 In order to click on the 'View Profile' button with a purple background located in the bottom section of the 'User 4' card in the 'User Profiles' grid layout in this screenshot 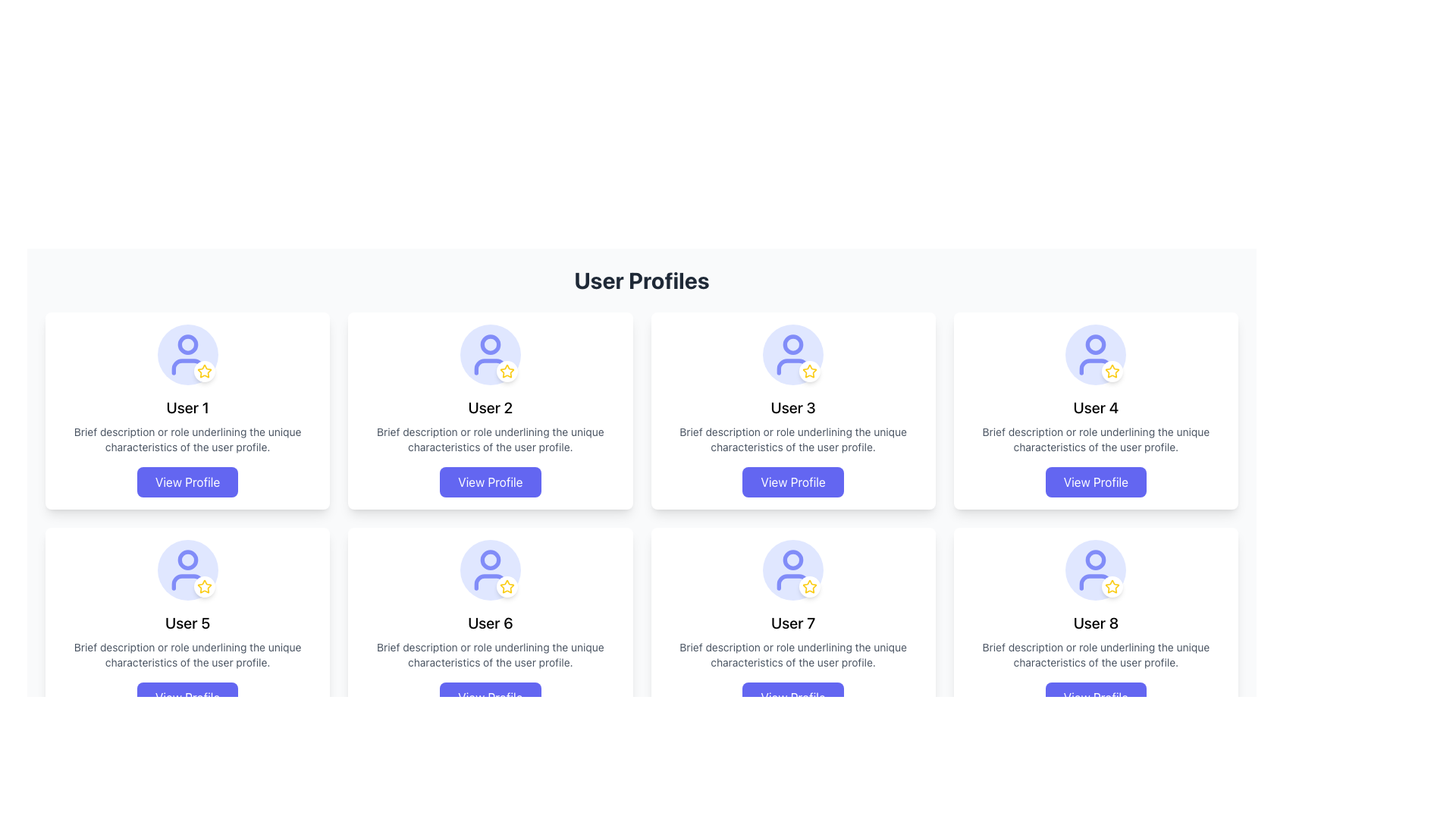, I will do `click(1096, 482)`.